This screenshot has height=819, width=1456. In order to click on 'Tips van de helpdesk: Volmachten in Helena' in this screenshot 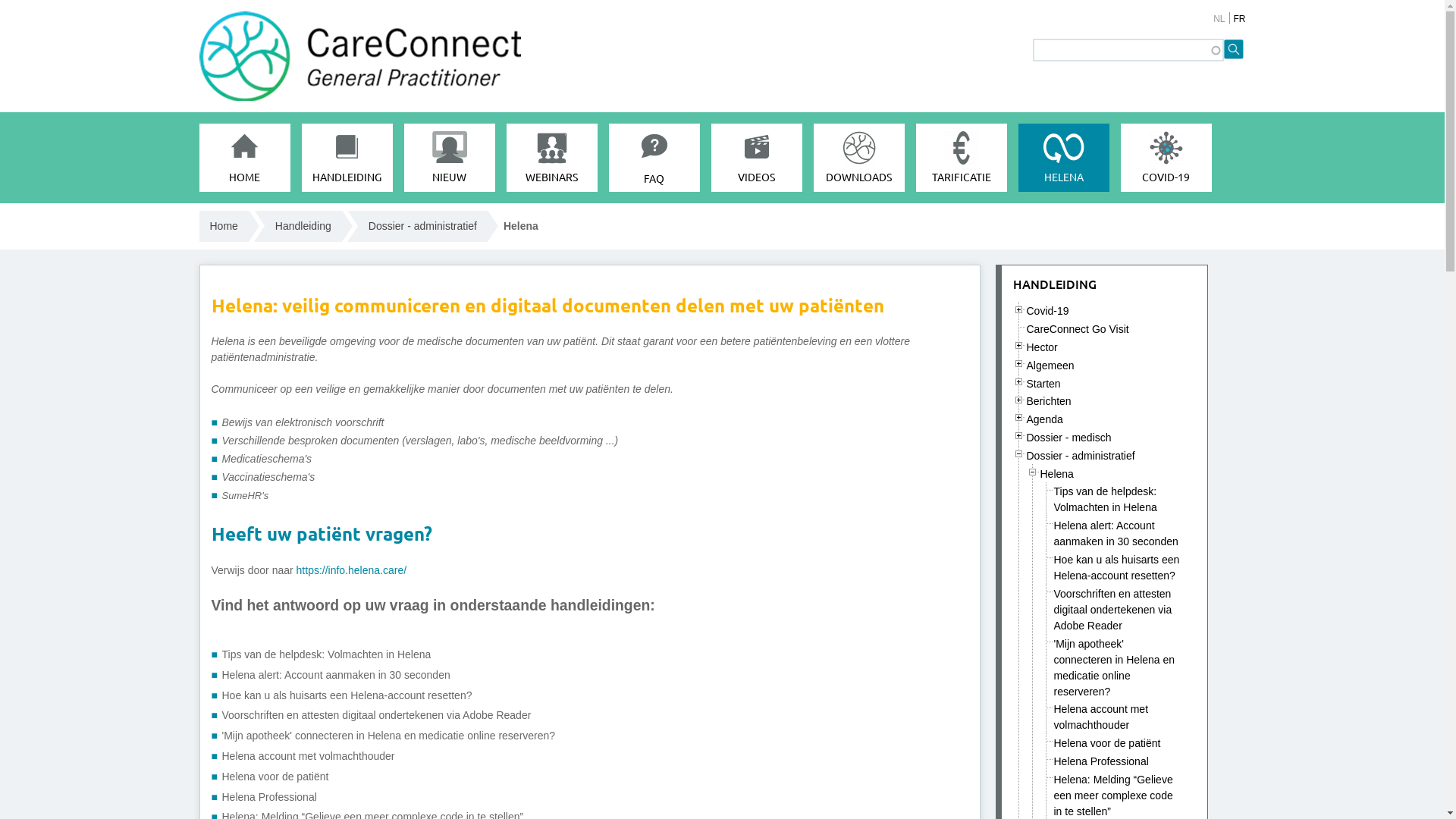, I will do `click(325, 654)`.